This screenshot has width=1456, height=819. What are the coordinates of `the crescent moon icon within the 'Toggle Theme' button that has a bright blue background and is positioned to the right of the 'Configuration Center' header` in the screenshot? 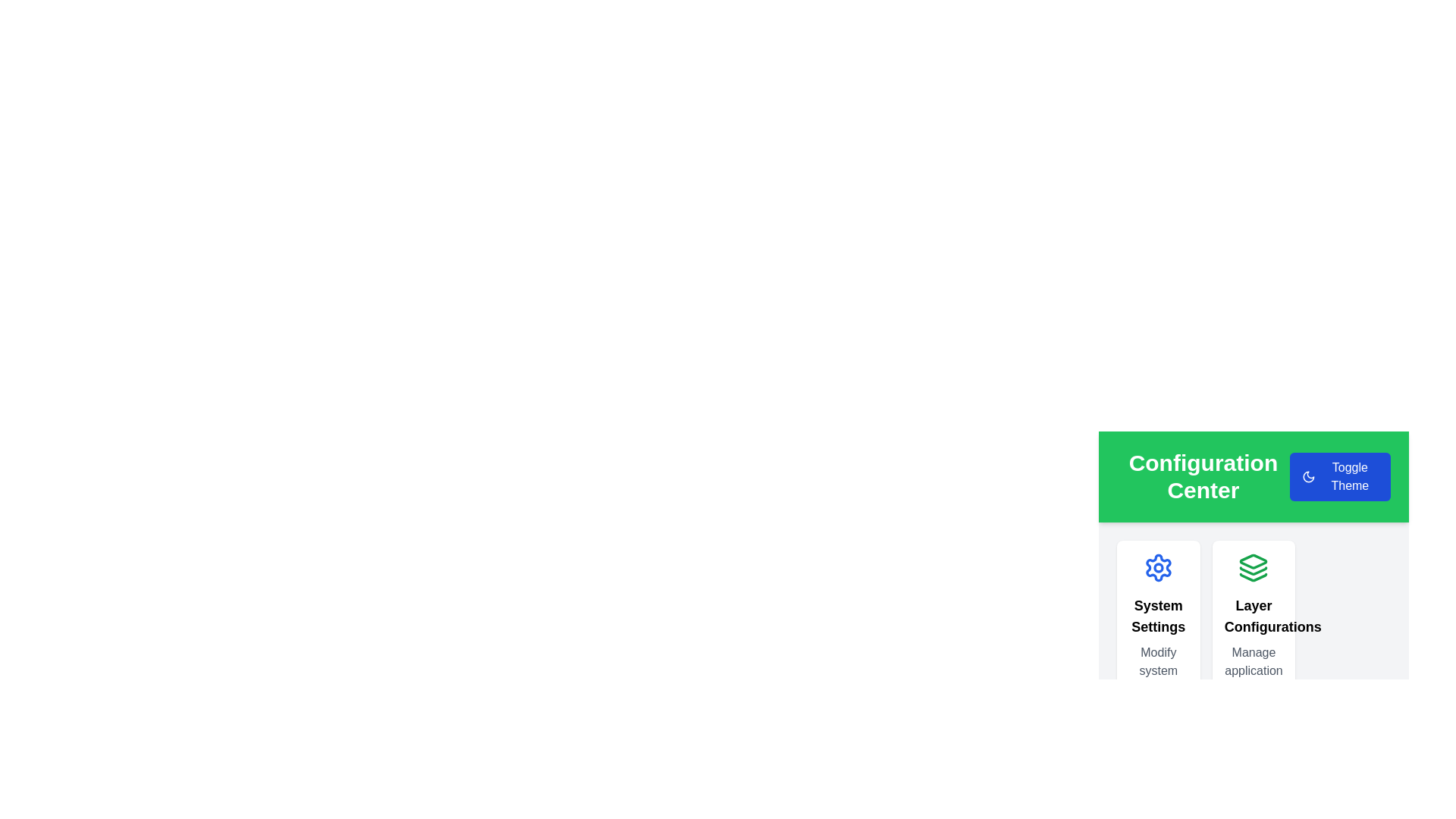 It's located at (1307, 475).